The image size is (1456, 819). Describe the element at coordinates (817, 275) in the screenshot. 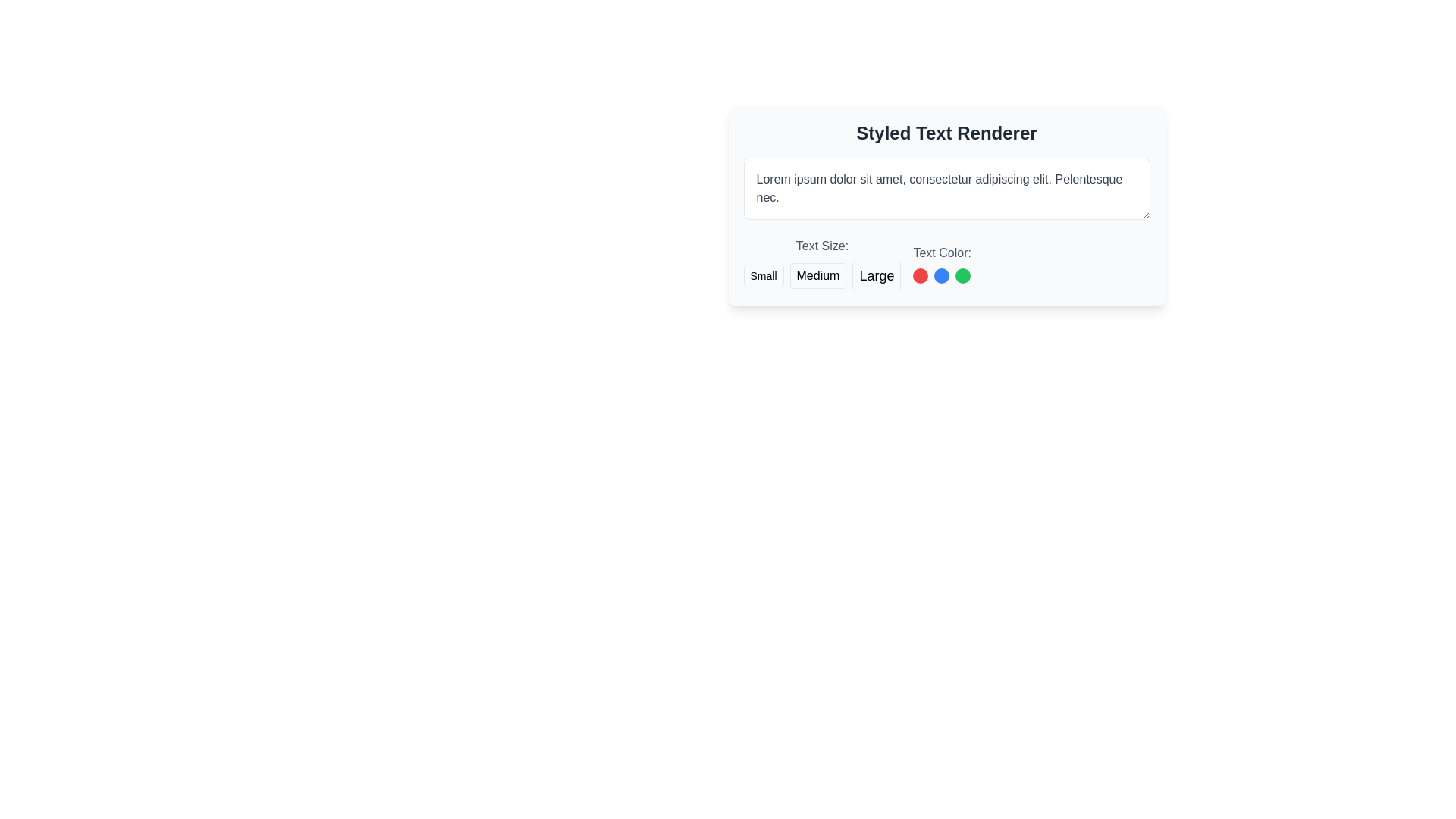

I see `the 'Medium' button located below the text input box in the 'Text Size' section` at that location.